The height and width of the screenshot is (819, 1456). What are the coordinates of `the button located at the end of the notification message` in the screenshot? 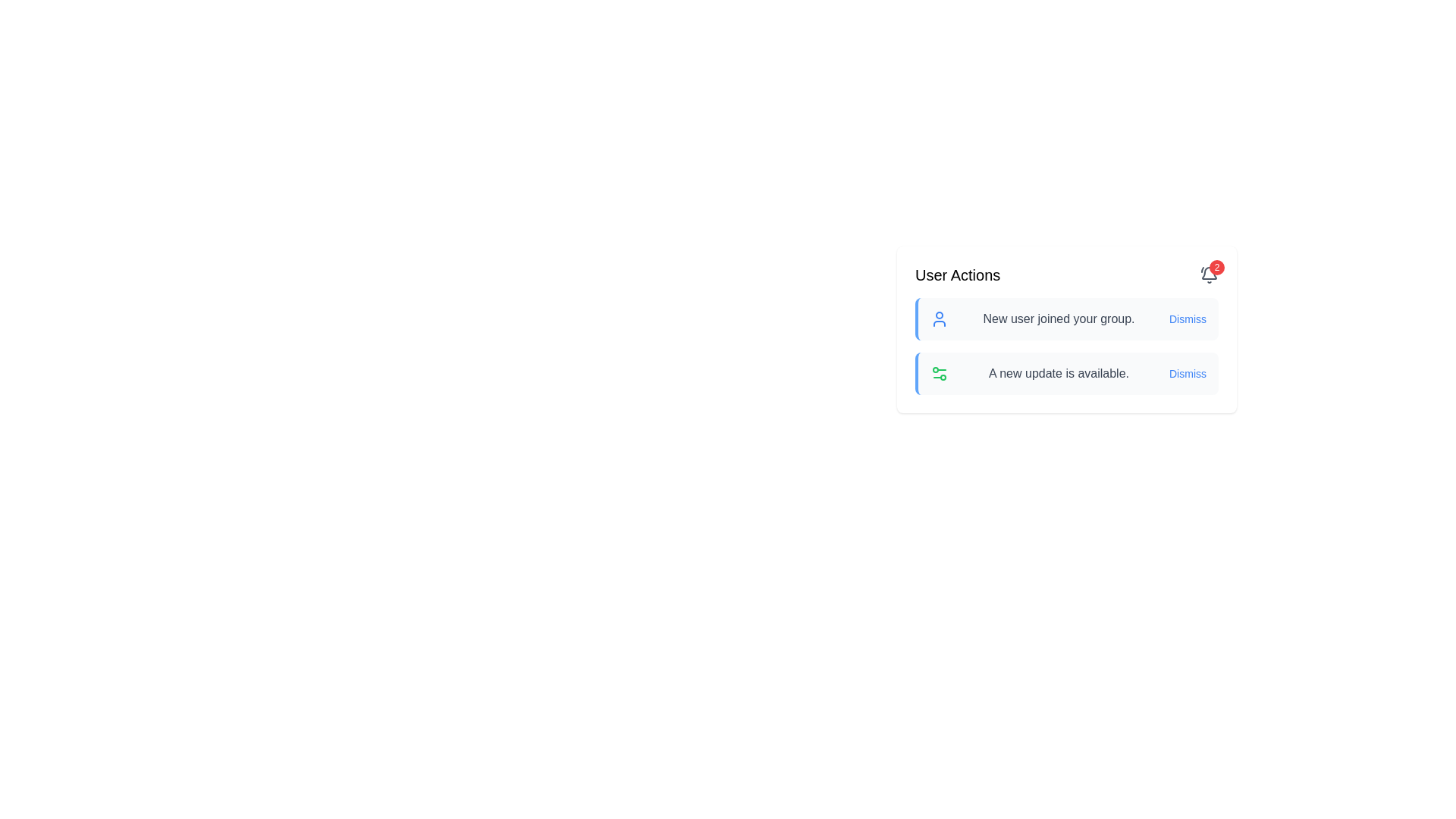 It's located at (1187, 318).